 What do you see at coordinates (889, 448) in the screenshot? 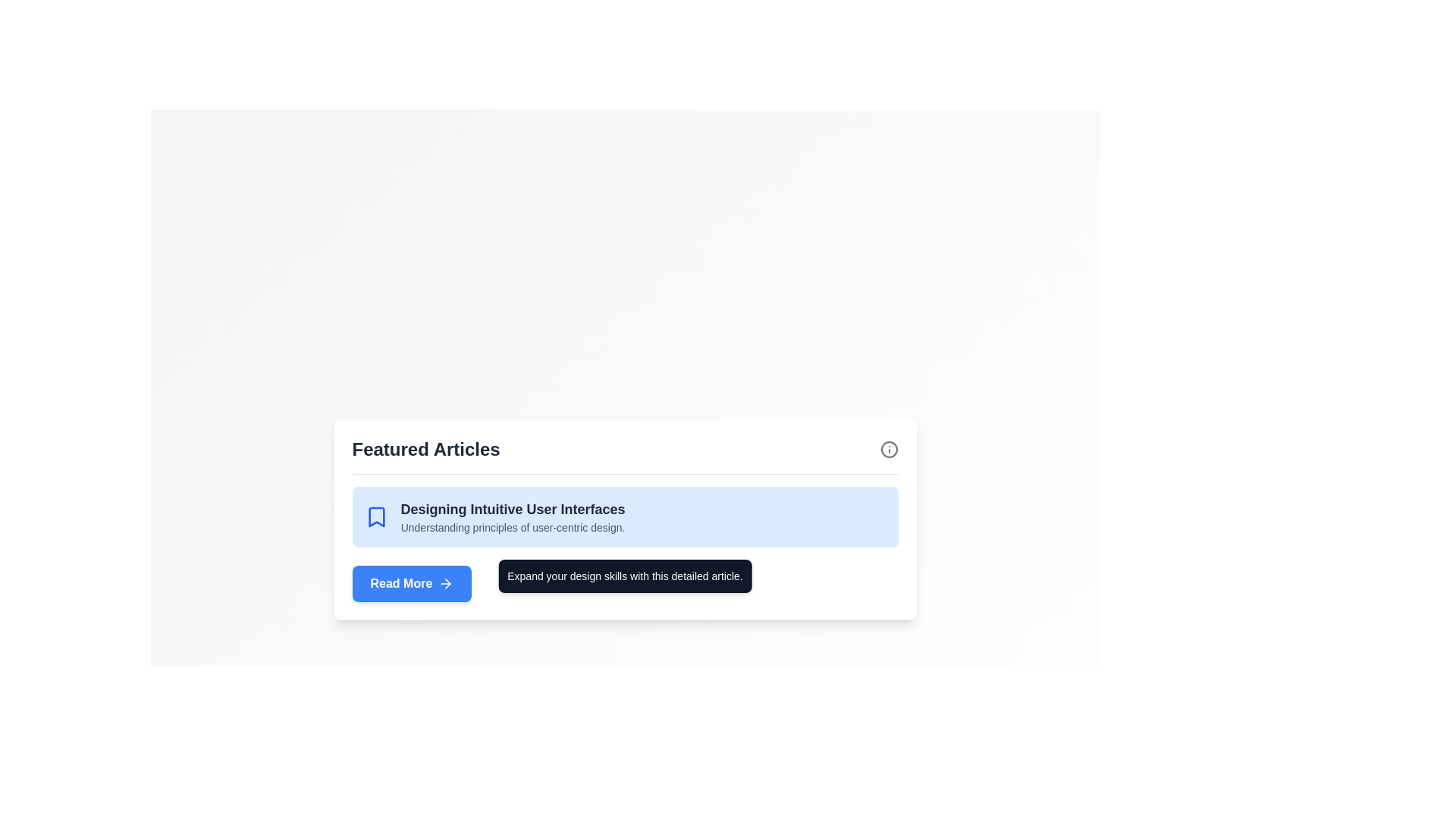
I see `the first SVG Circle element within the 'Featured Articles' card located at the top-right corner` at bounding box center [889, 448].